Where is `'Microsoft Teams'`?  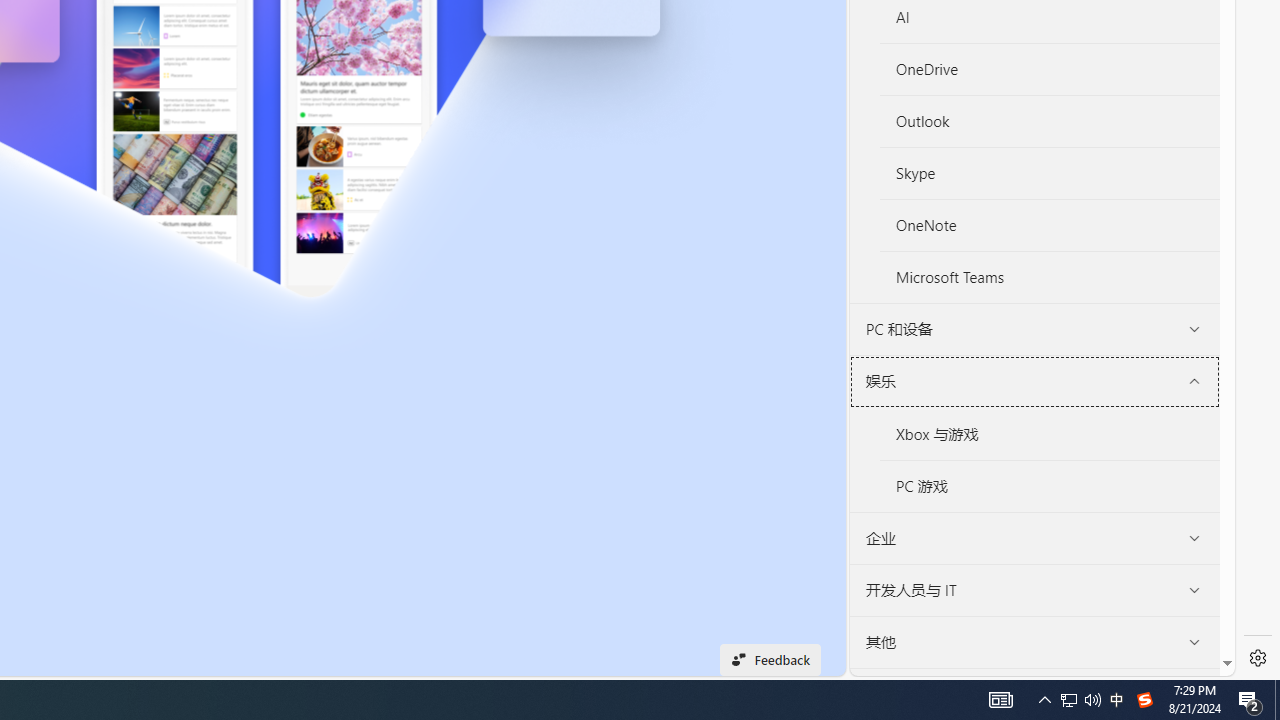
'Microsoft Teams' is located at coordinates (1049, 277).